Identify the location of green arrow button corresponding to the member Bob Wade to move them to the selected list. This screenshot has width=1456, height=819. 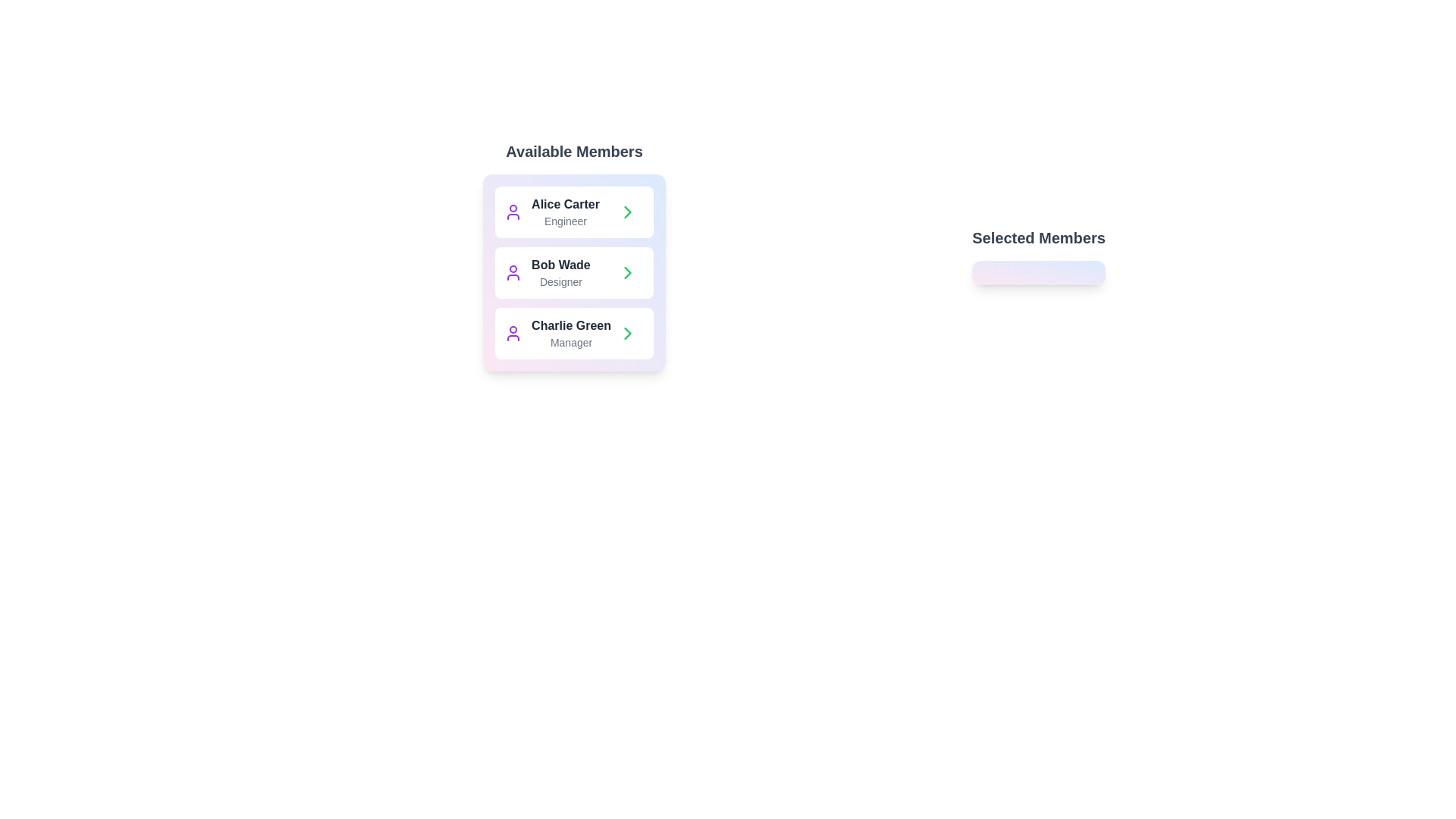
(628, 271).